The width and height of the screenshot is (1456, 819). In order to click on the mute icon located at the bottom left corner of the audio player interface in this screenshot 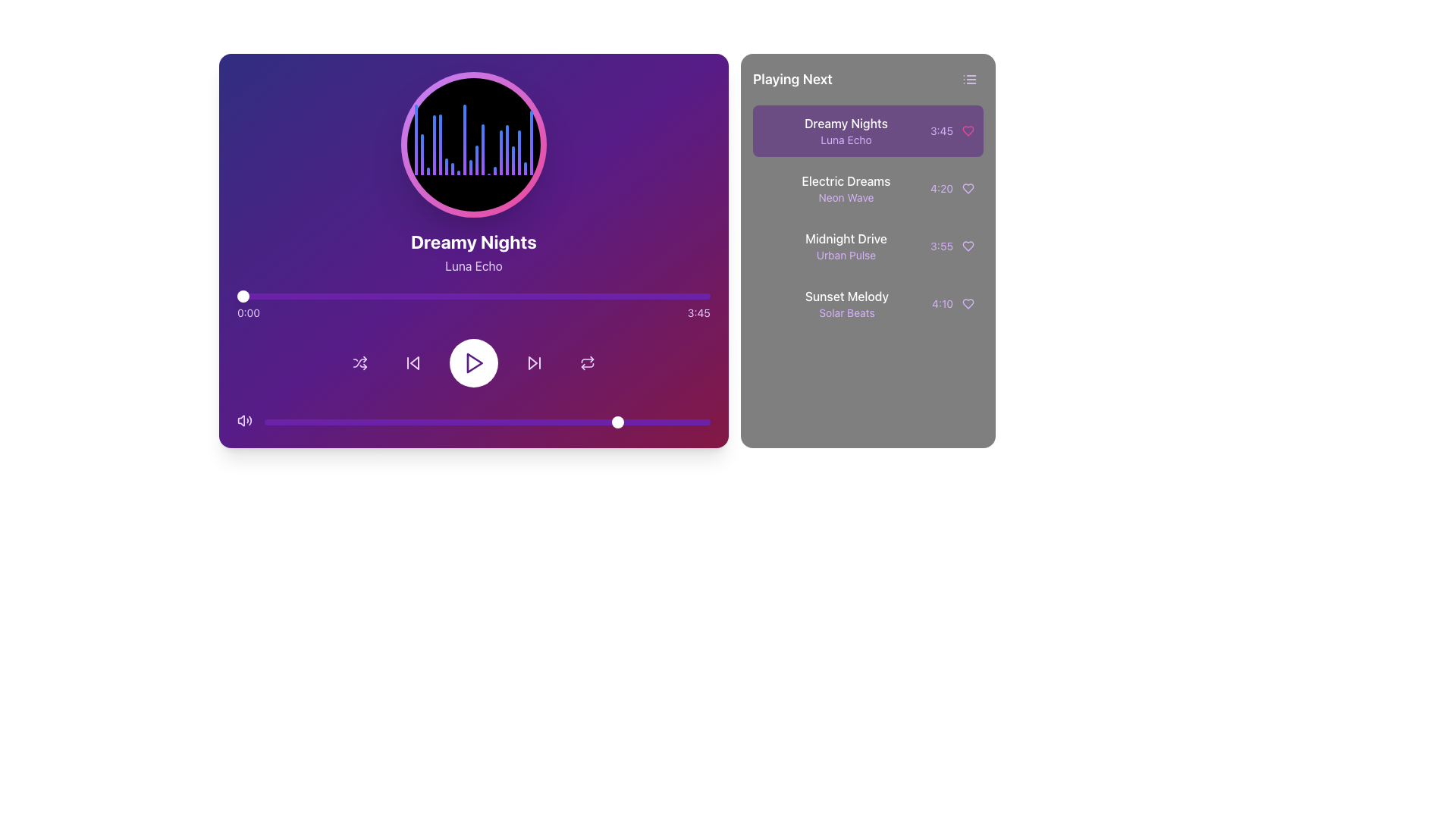, I will do `click(240, 421)`.